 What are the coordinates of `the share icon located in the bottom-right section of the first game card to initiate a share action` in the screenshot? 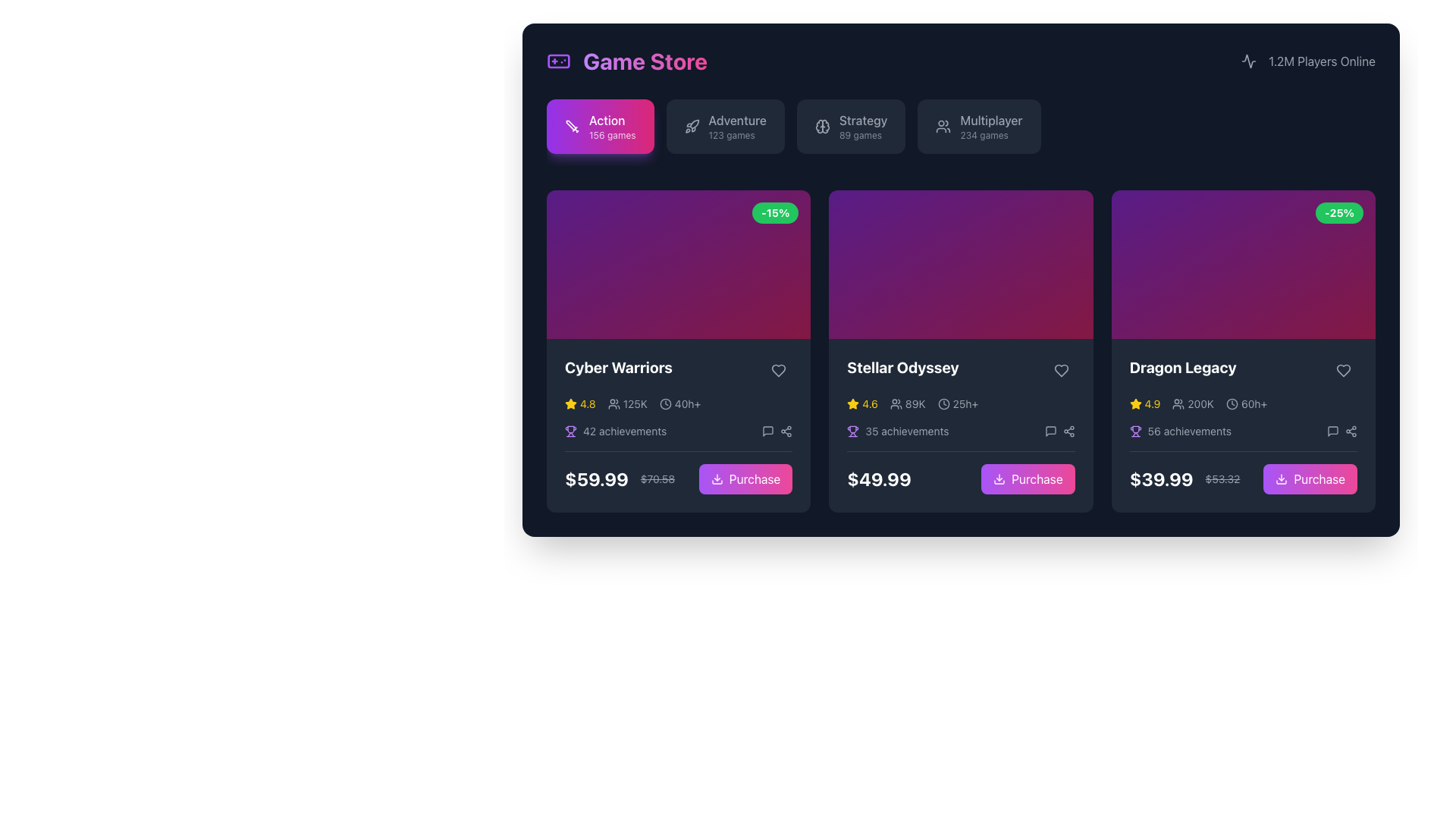 It's located at (786, 431).